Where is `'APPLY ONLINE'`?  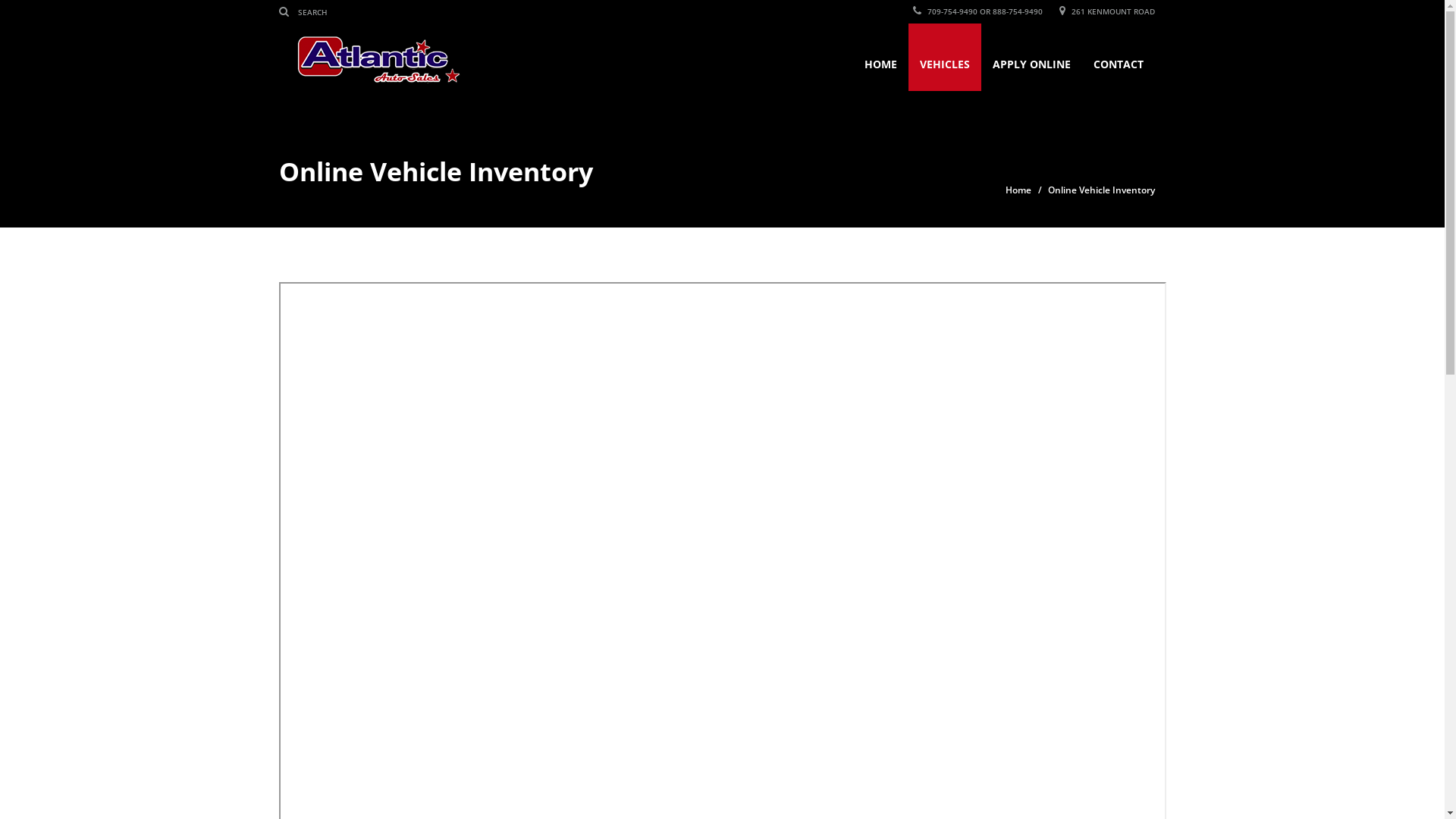
'APPLY ONLINE' is located at coordinates (981, 56).